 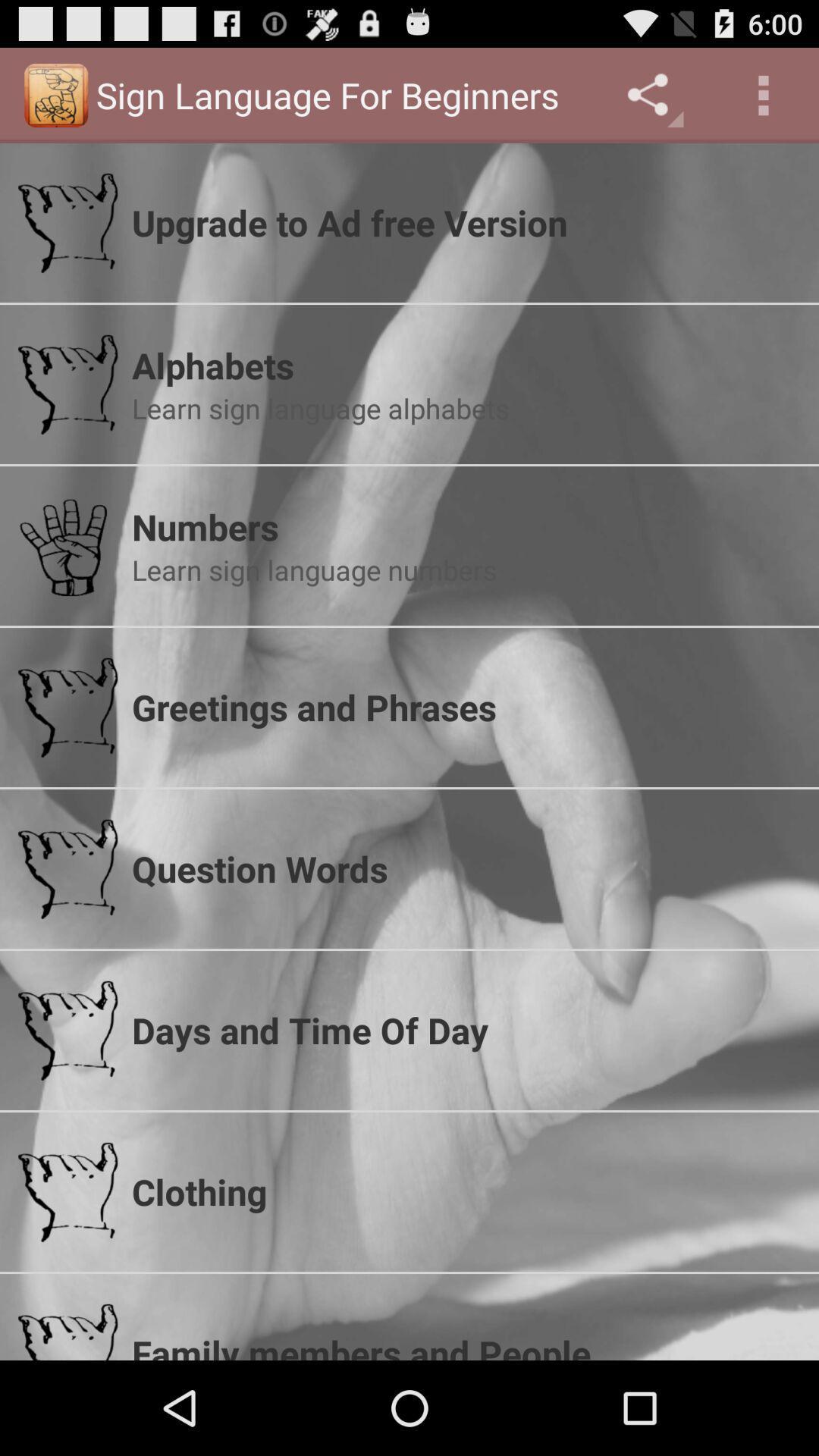 I want to click on greetings and phrases, so click(x=465, y=706).